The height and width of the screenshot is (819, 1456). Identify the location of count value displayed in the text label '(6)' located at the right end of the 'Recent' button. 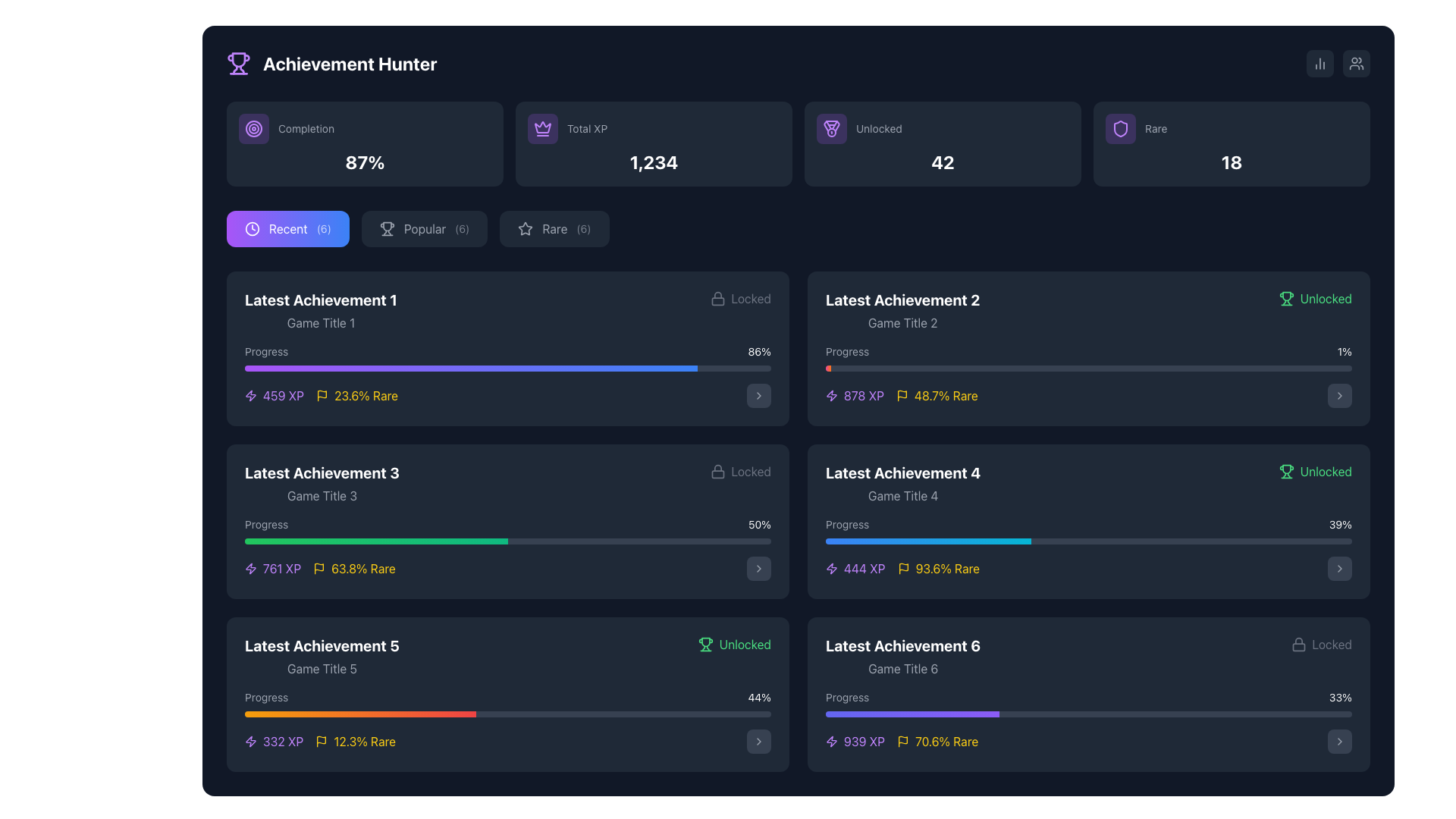
(323, 228).